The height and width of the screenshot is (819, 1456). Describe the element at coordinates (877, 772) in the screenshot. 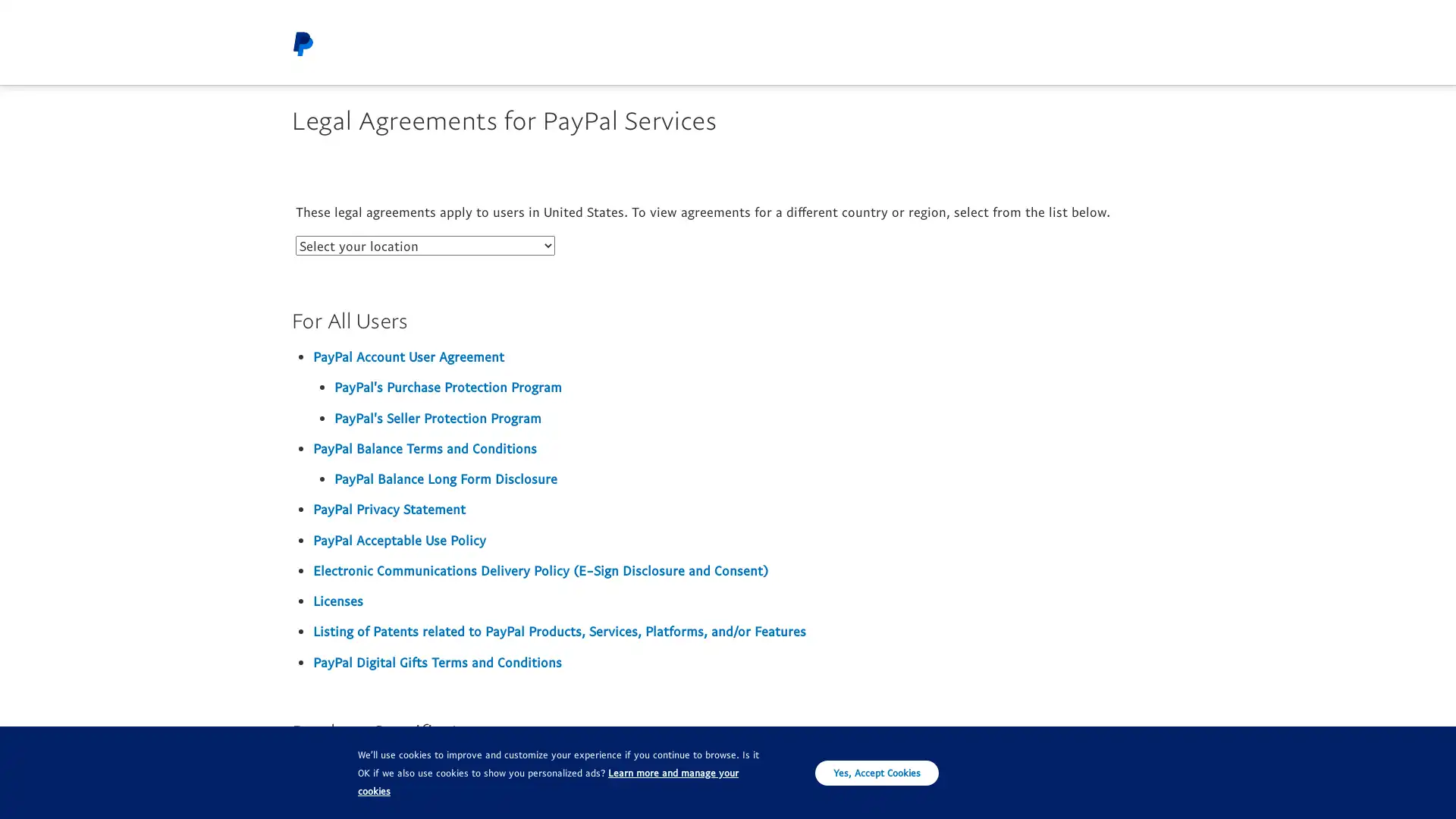

I see `Yes, Accept Cookies` at that location.